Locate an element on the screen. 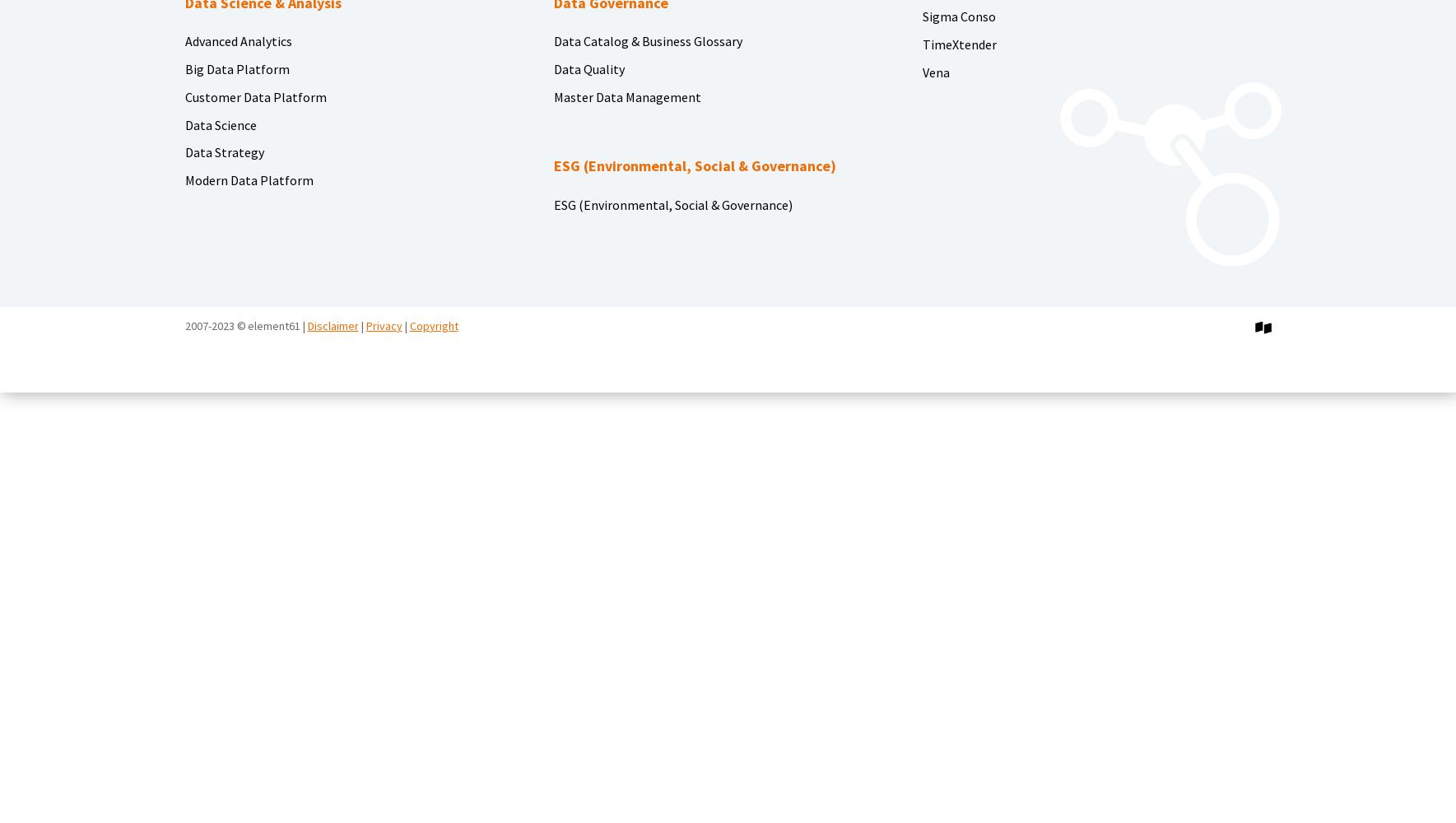  'Data Strategy' is located at coordinates (184, 152).